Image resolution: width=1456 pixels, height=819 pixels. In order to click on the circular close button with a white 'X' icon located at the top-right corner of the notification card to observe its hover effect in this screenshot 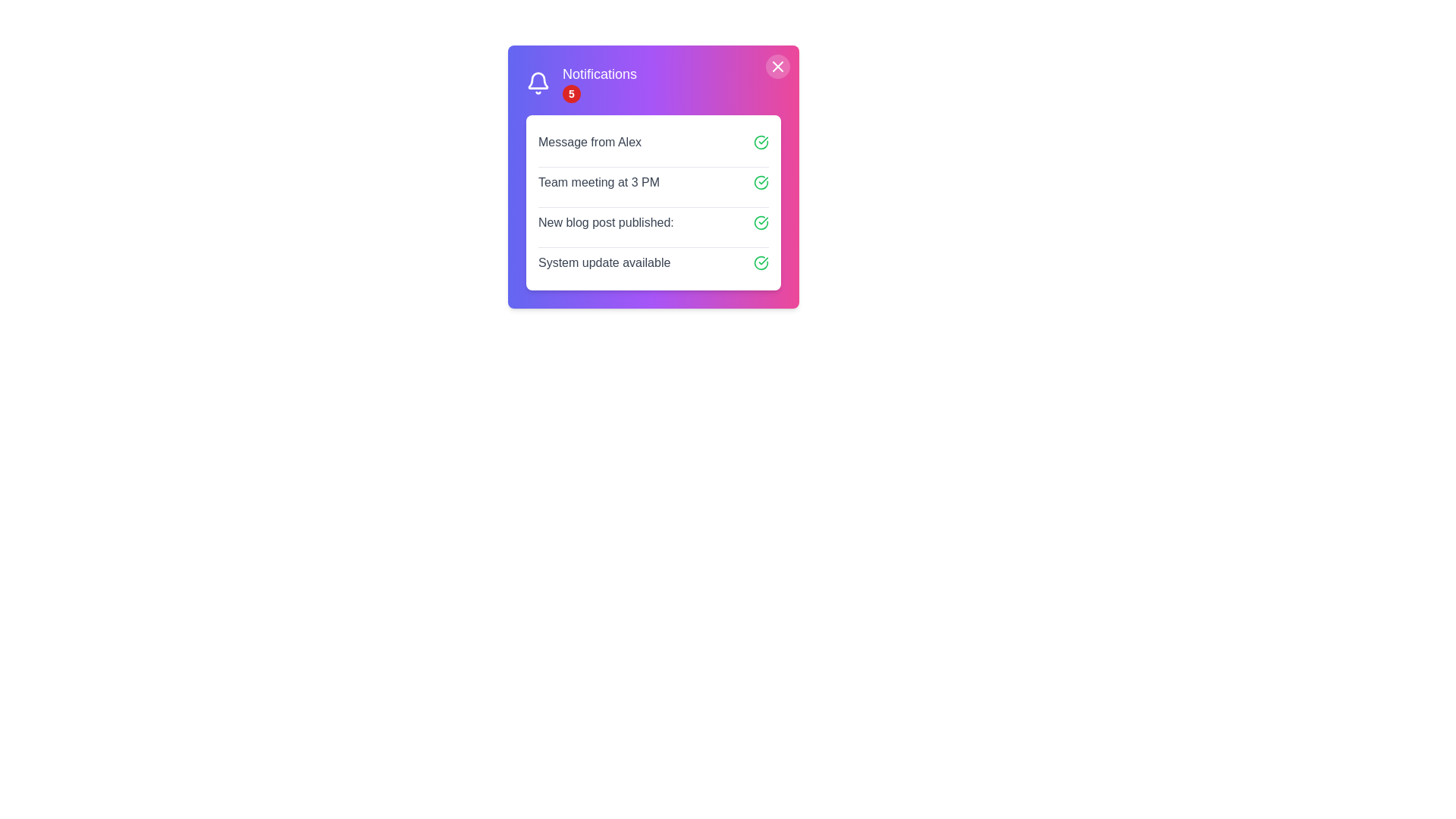, I will do `click(778, 66)`.